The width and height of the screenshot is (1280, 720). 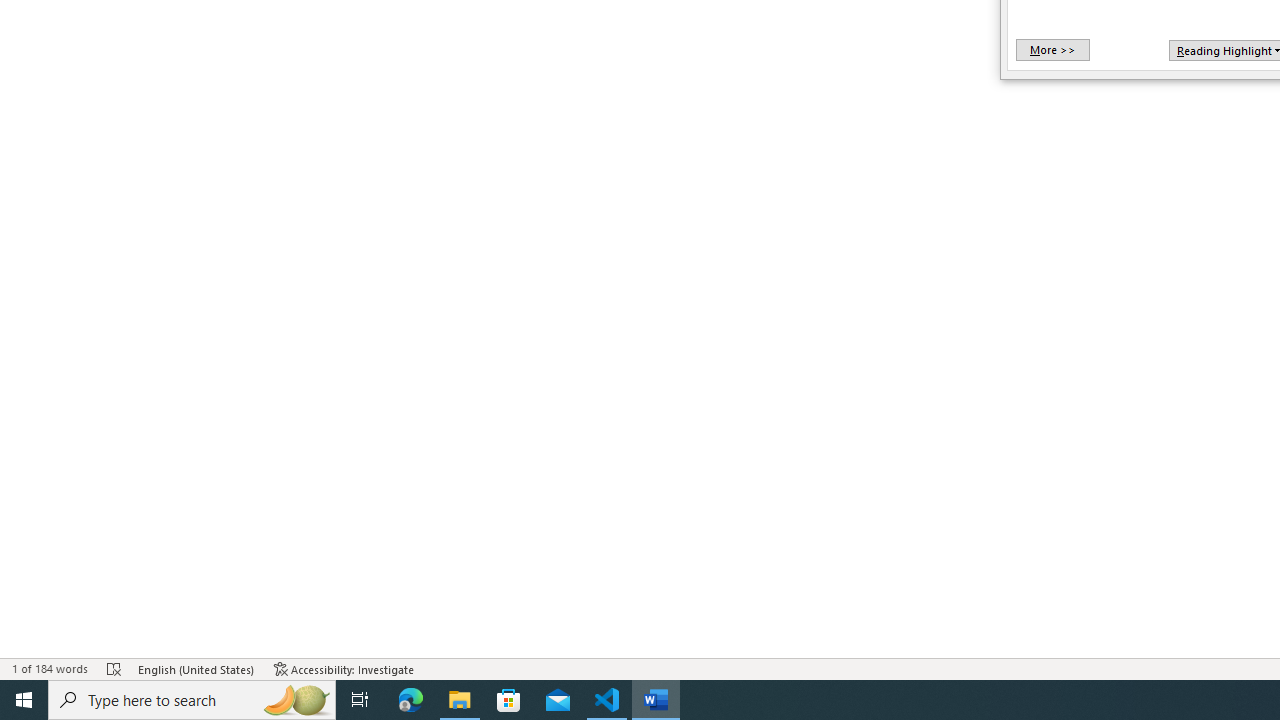 What do you see at coordinates (359, 698) in the screenshot?
I see `'Task View'` at bounding box center [359, 698].